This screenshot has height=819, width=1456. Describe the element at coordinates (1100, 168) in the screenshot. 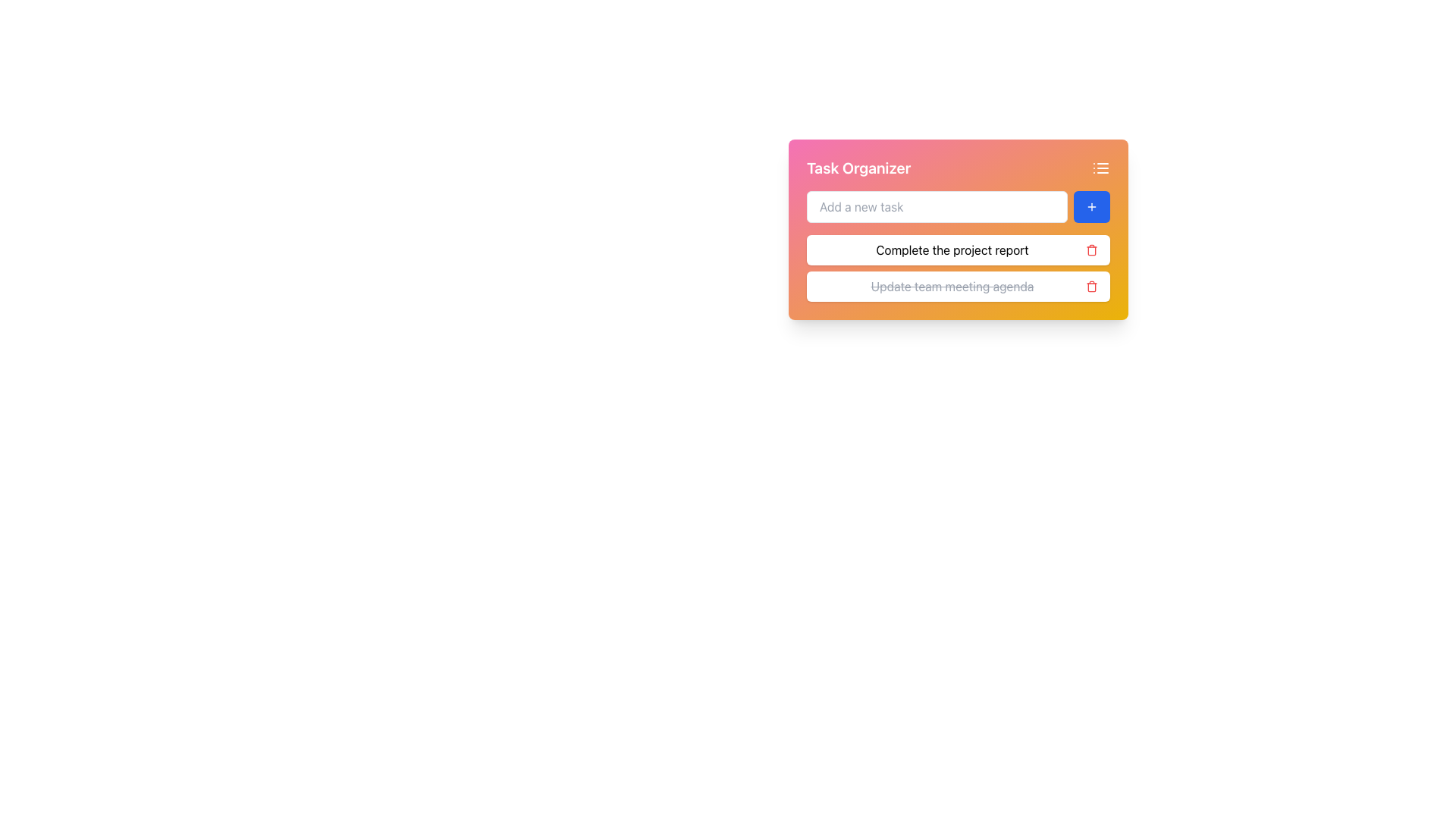

I see `the menu icon located at the top-right corner of the 'Task Organizer' section` at that location.